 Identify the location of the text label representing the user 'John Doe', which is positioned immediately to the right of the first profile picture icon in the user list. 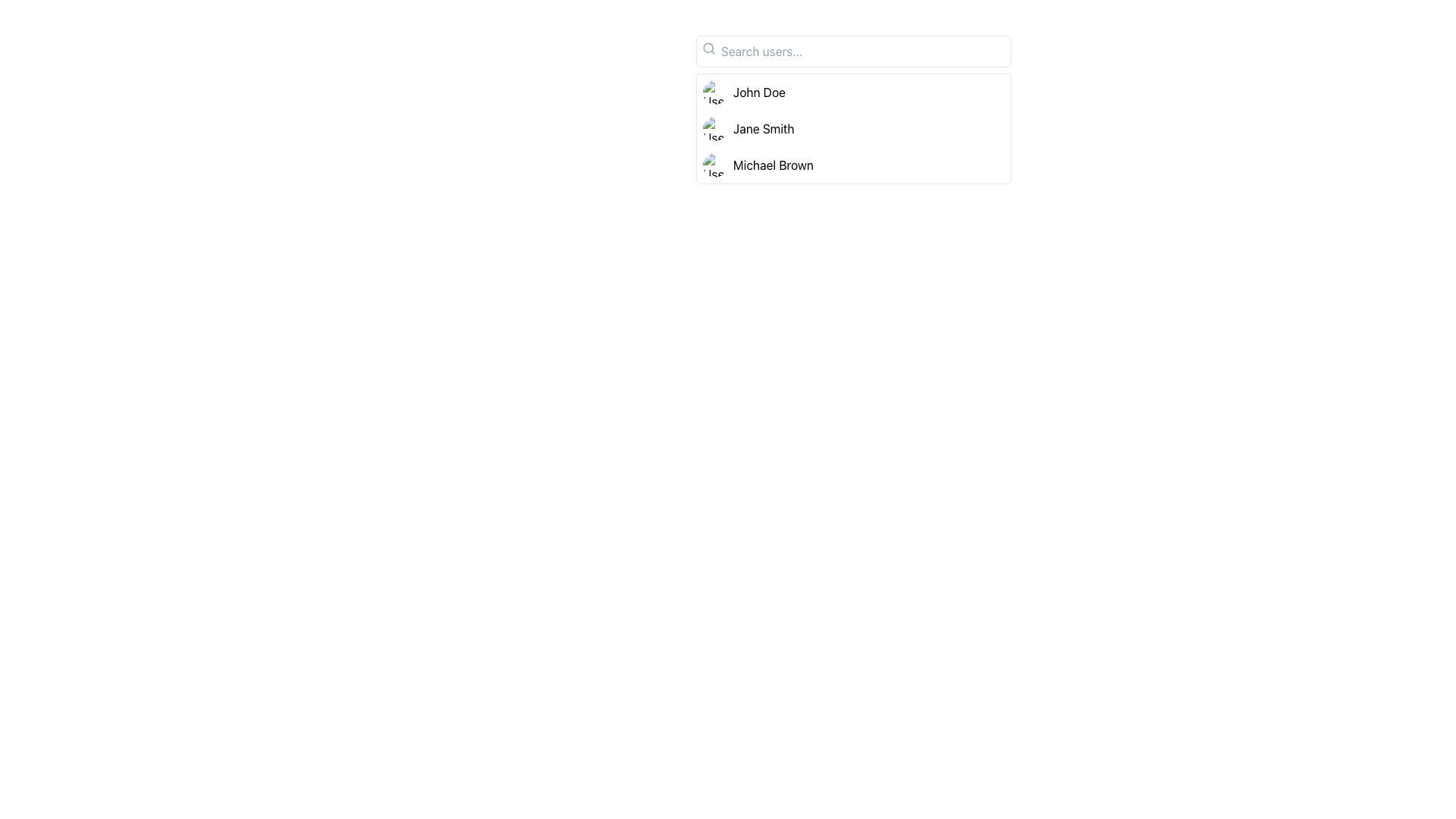
(759, 93).